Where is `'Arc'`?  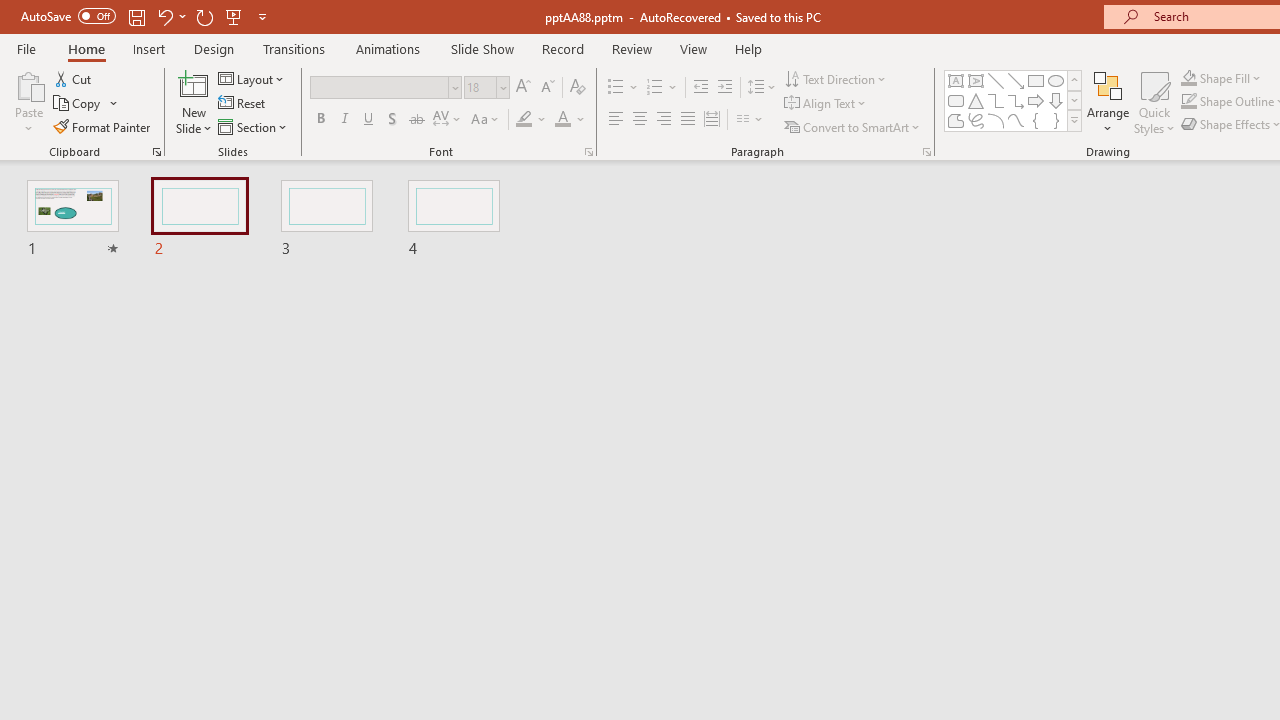
'Arc' is located at coordinates (995, 120).